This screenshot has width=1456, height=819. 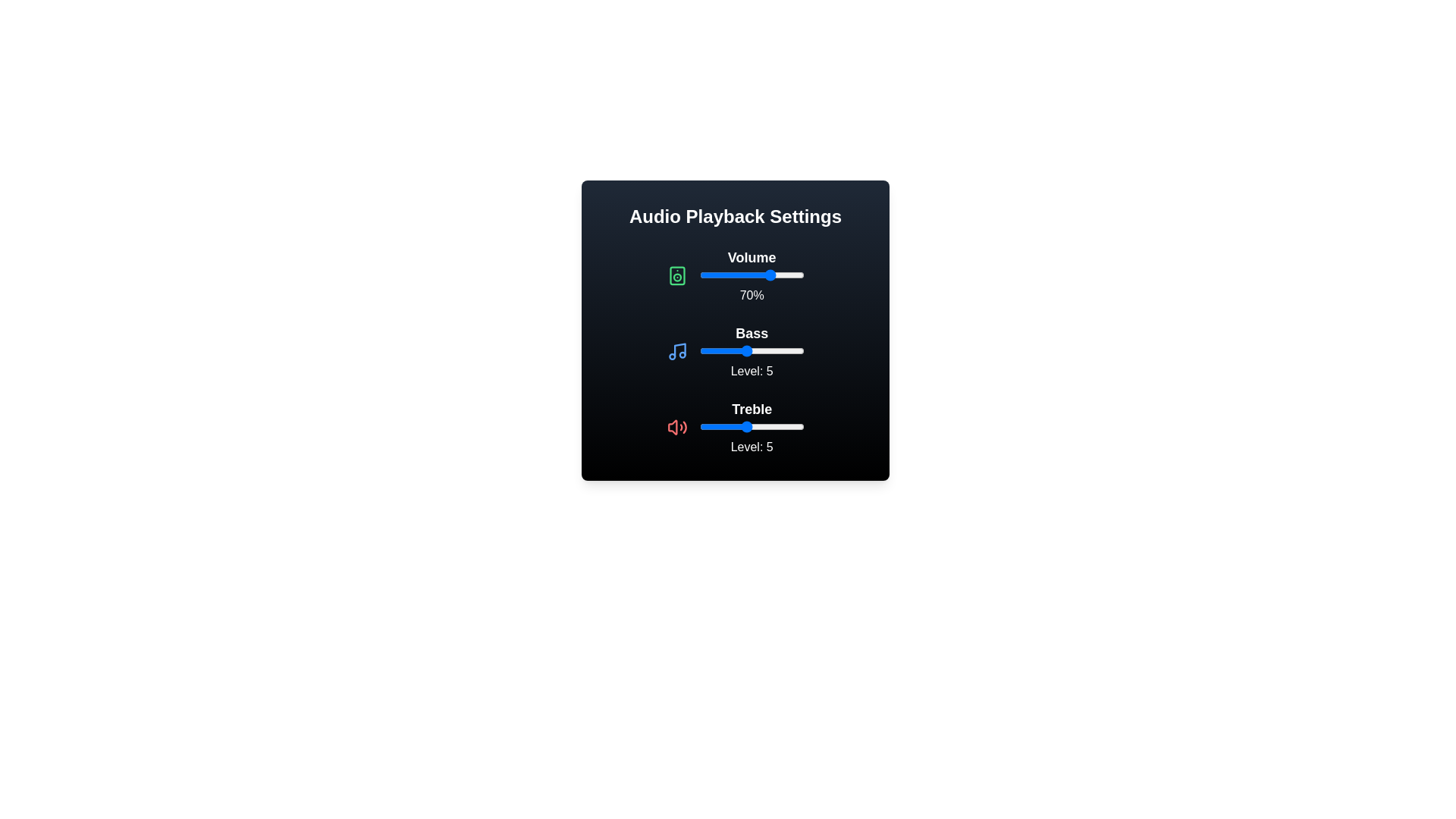 I want to click on bass level, so click(x=792, y=350).